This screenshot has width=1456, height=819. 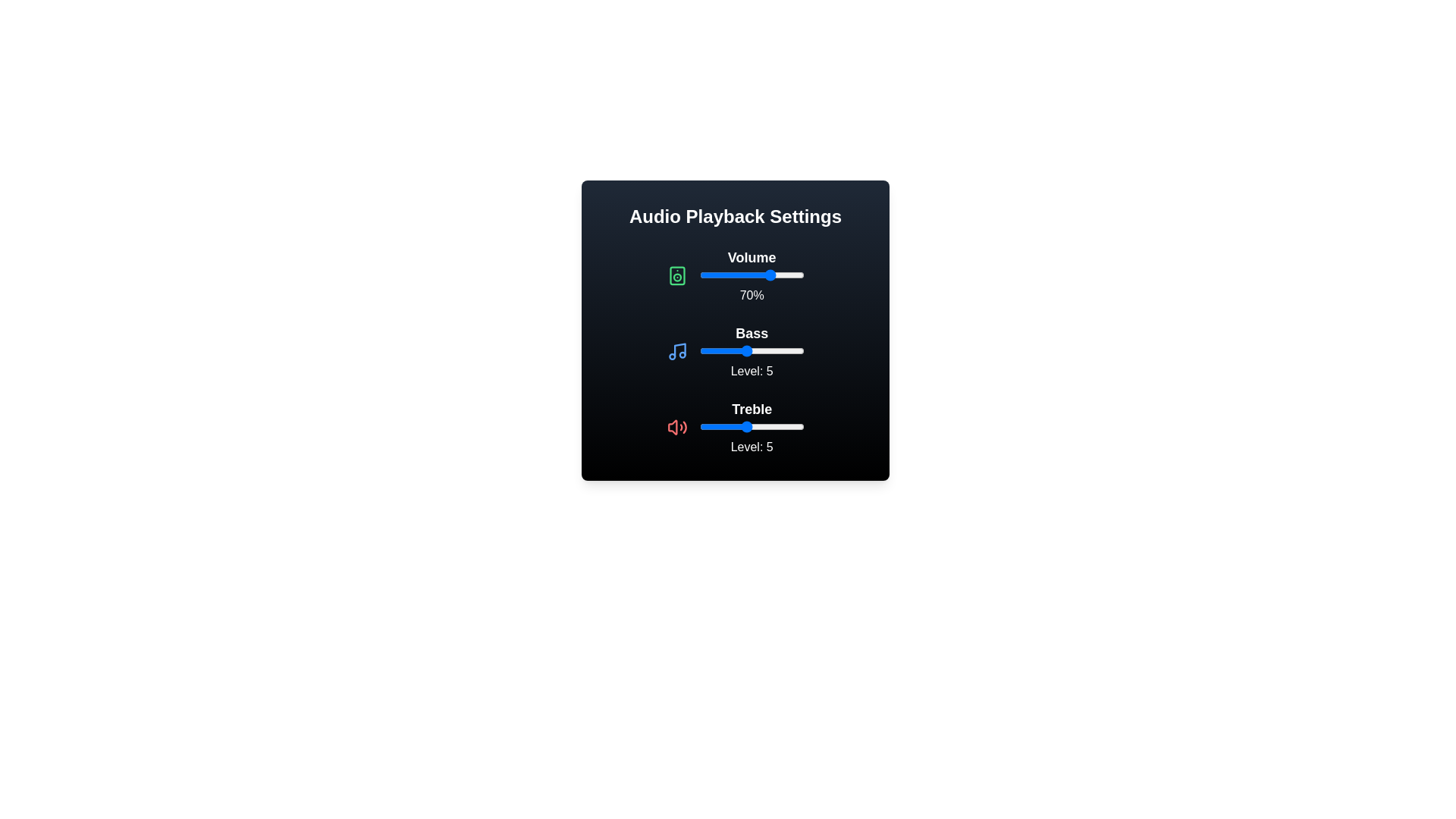 I want to click on bass level, so click(x=792, y=350).